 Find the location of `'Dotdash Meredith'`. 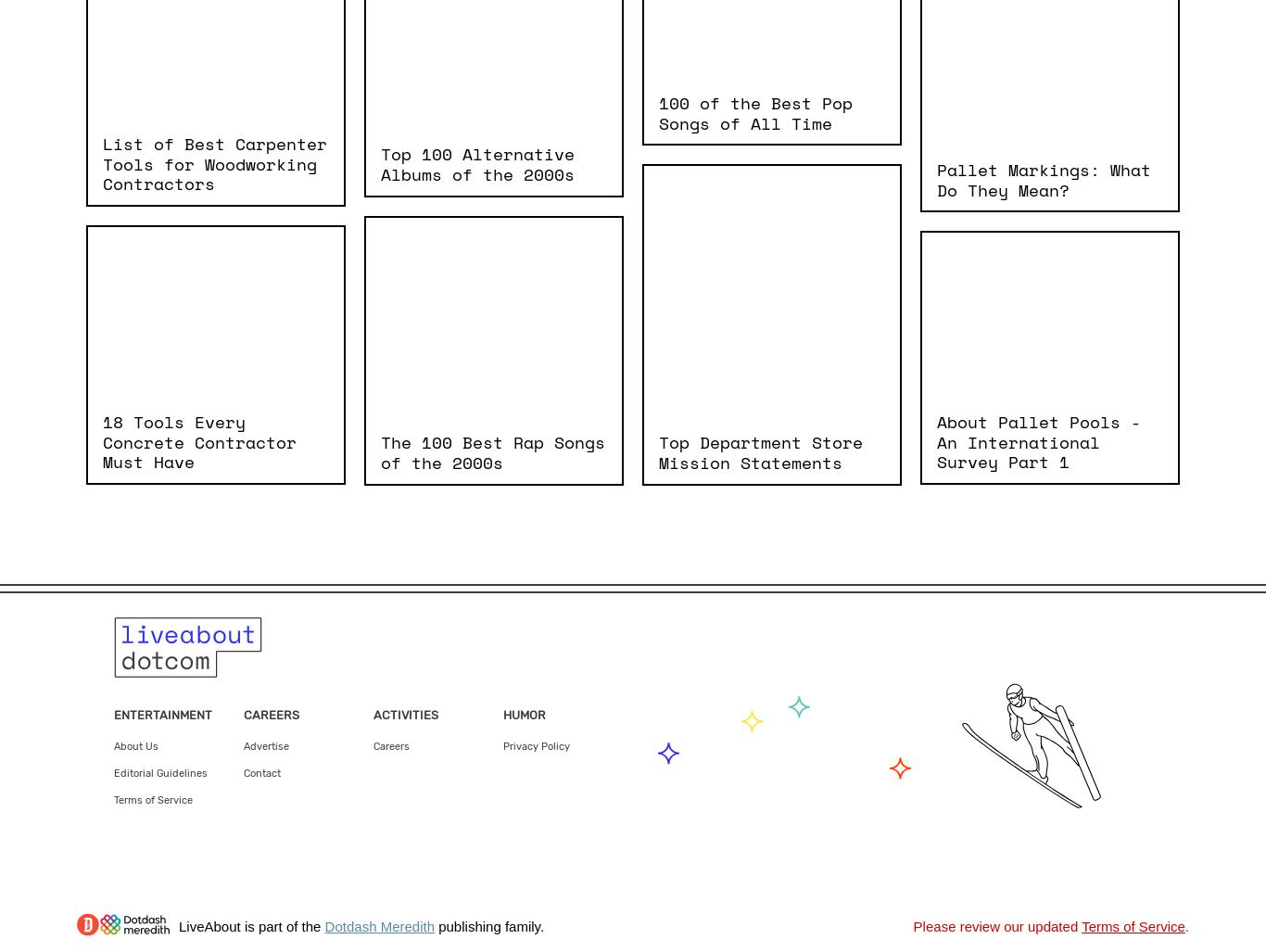

'Dotdash Meredith' is located at coordinates (378, 925).